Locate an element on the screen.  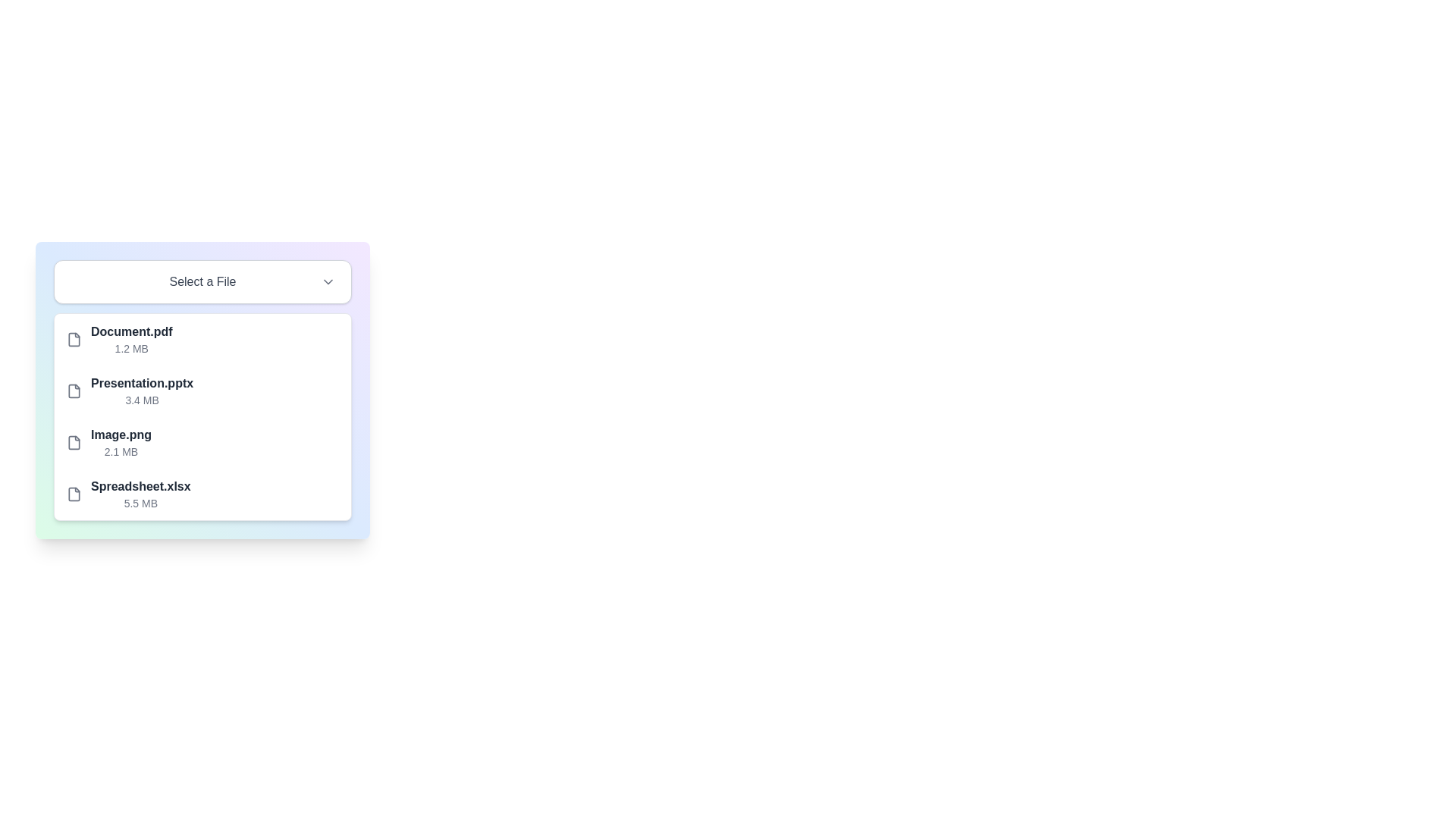
the icon representing the 'Presentation.pptx' file, which is located to the far left of the row labeled 'Presentation.pptx 3.4 MB.' is located at coordinates (73, 391).